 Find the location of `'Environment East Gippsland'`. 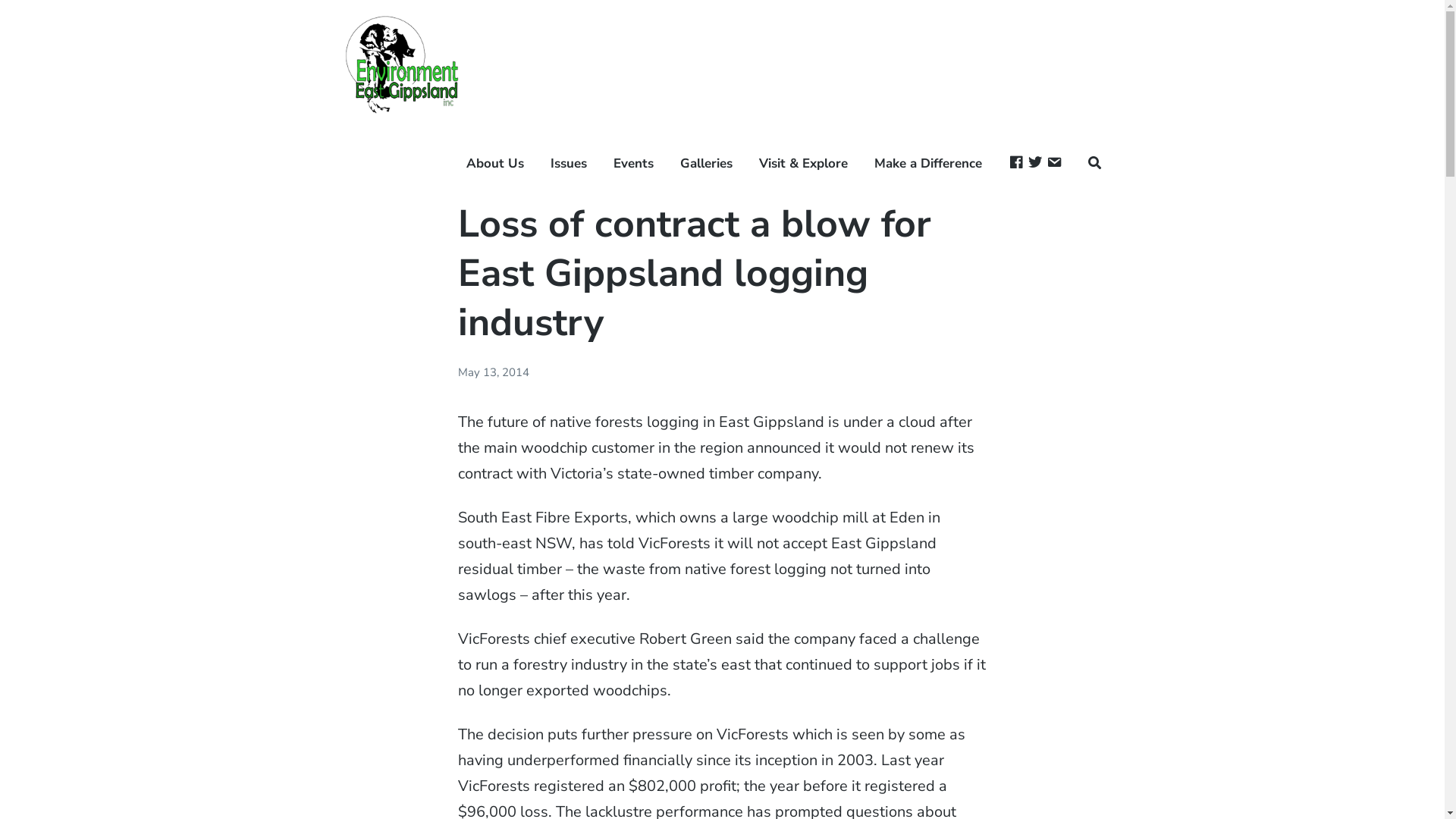

'Environment East Gippsland' is located at coordinates (344, 155).